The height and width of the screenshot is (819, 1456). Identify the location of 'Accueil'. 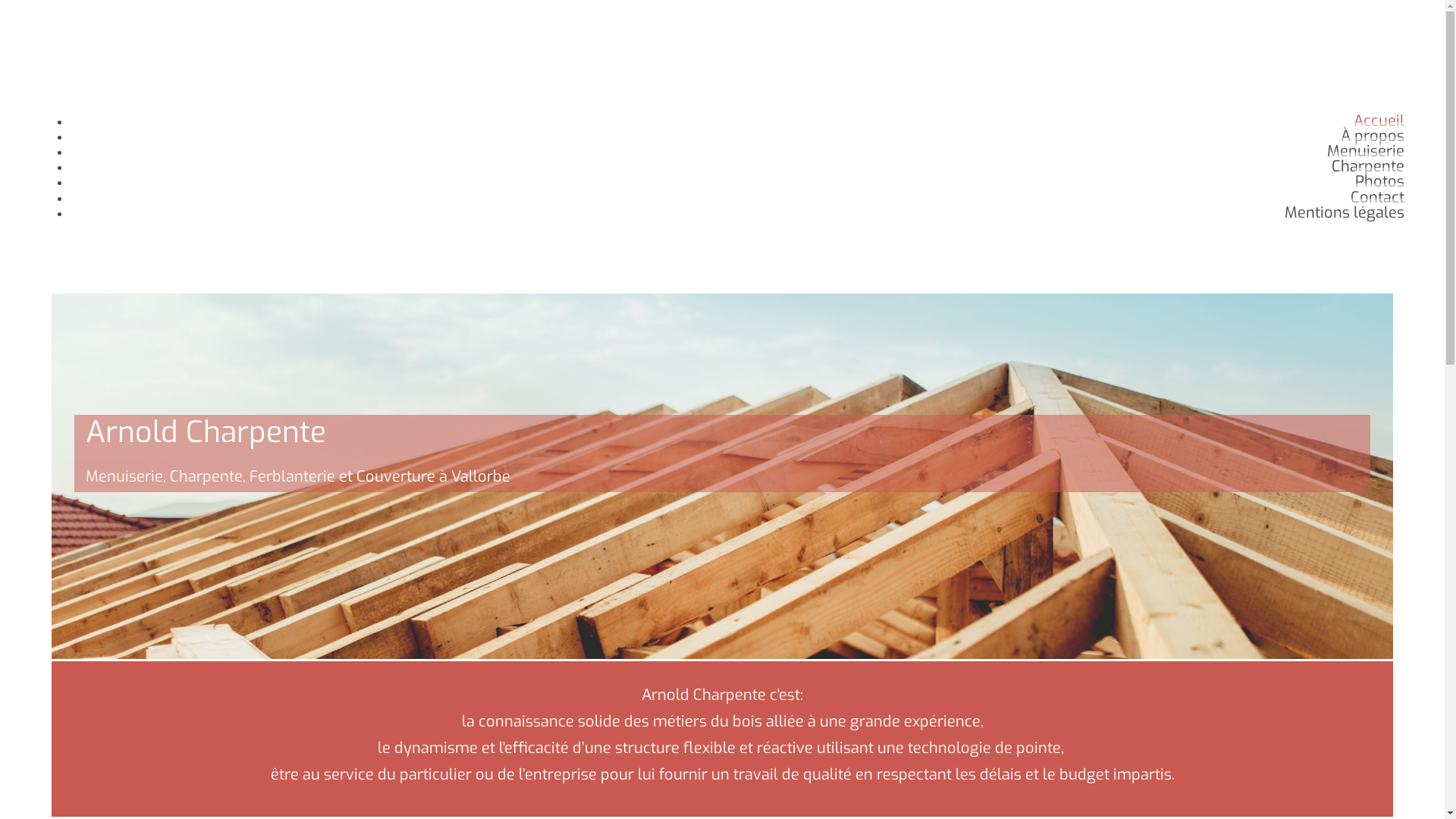
(1379, 120).